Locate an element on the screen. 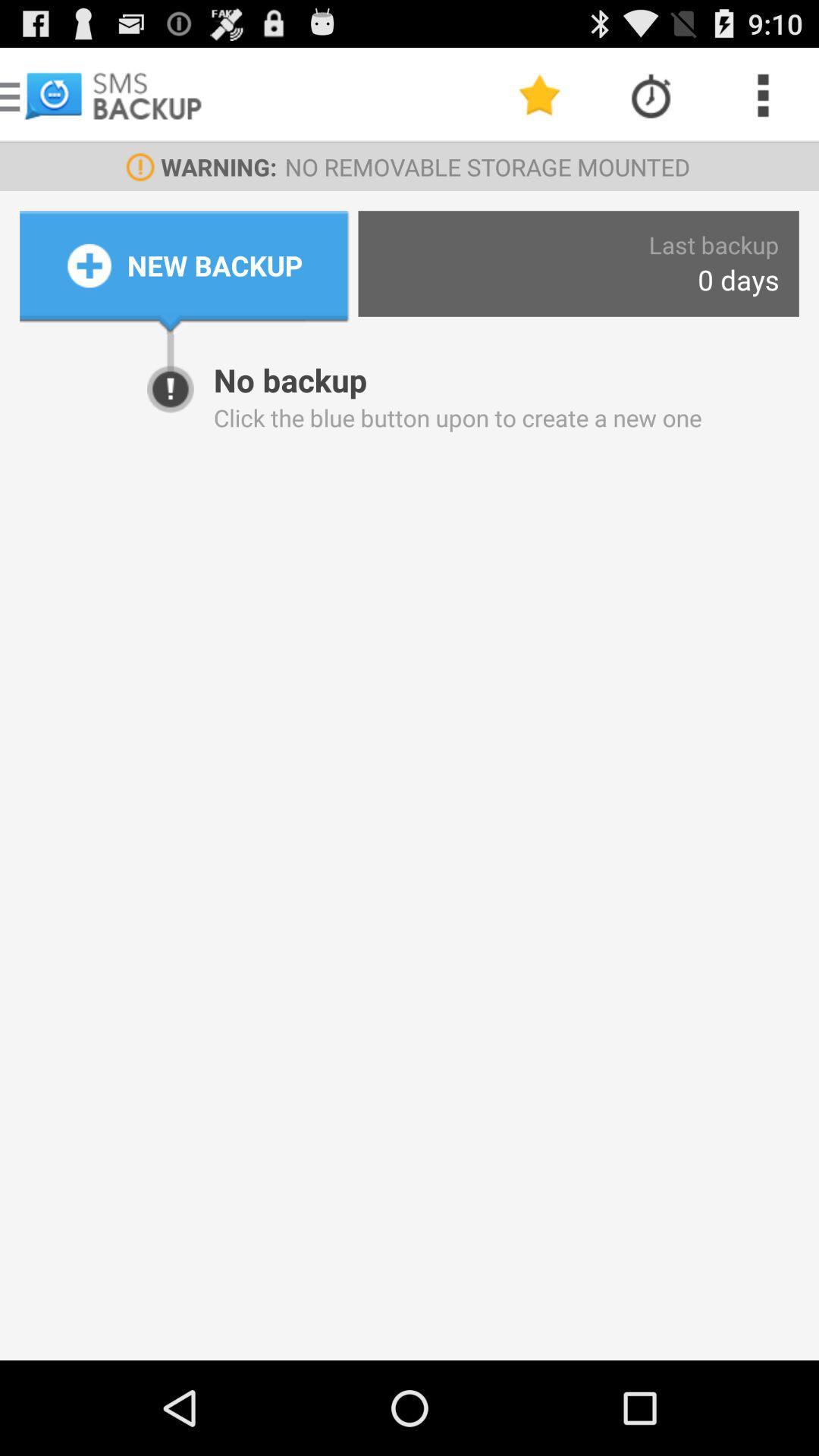 Image resolution: width=819 pixels, height=1456 pixels. item next to the last backup icon is located at coordinates (215, 265).